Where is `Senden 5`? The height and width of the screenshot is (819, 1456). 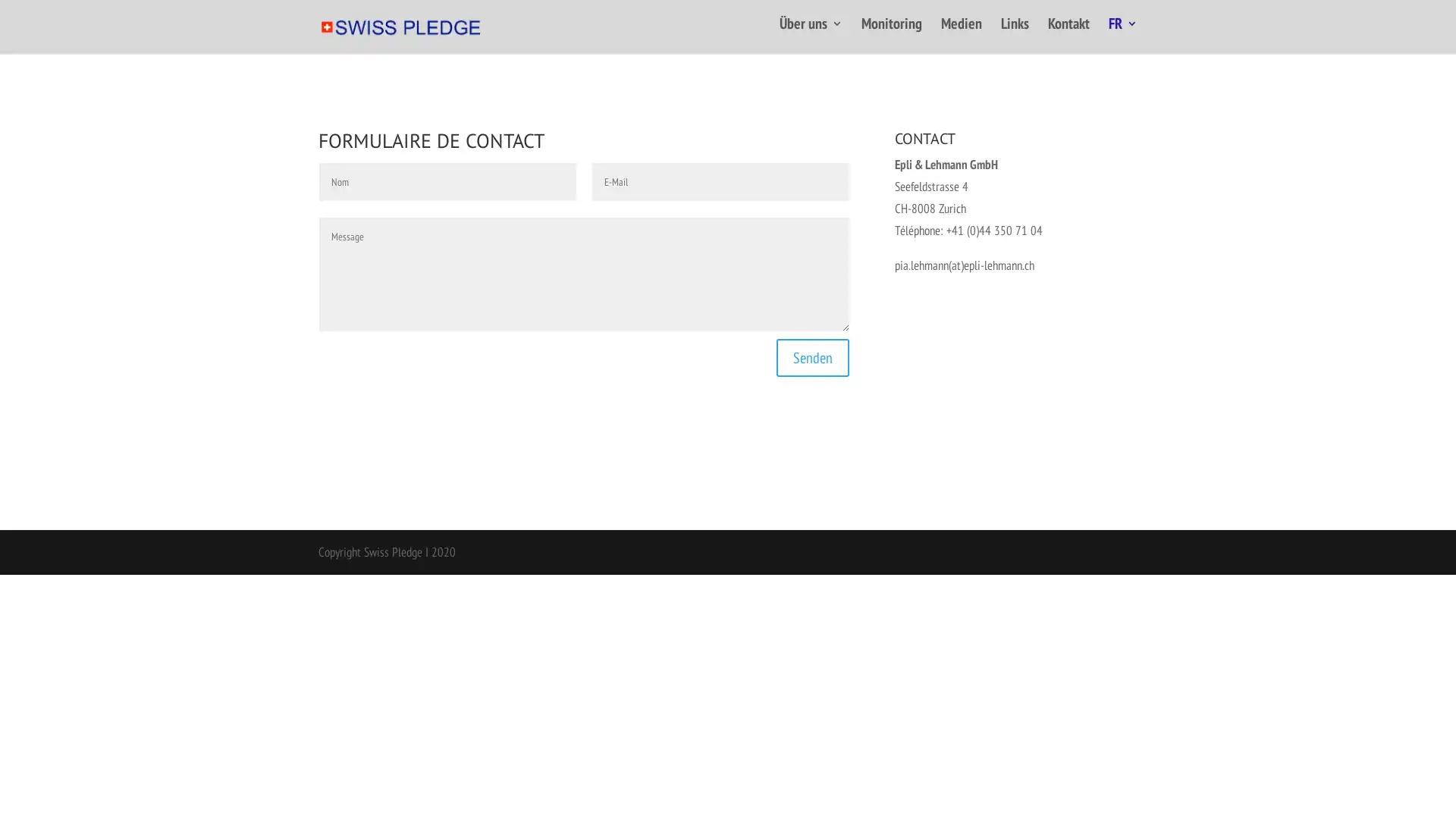
Senden 5 is located at coordinates (811, 353).